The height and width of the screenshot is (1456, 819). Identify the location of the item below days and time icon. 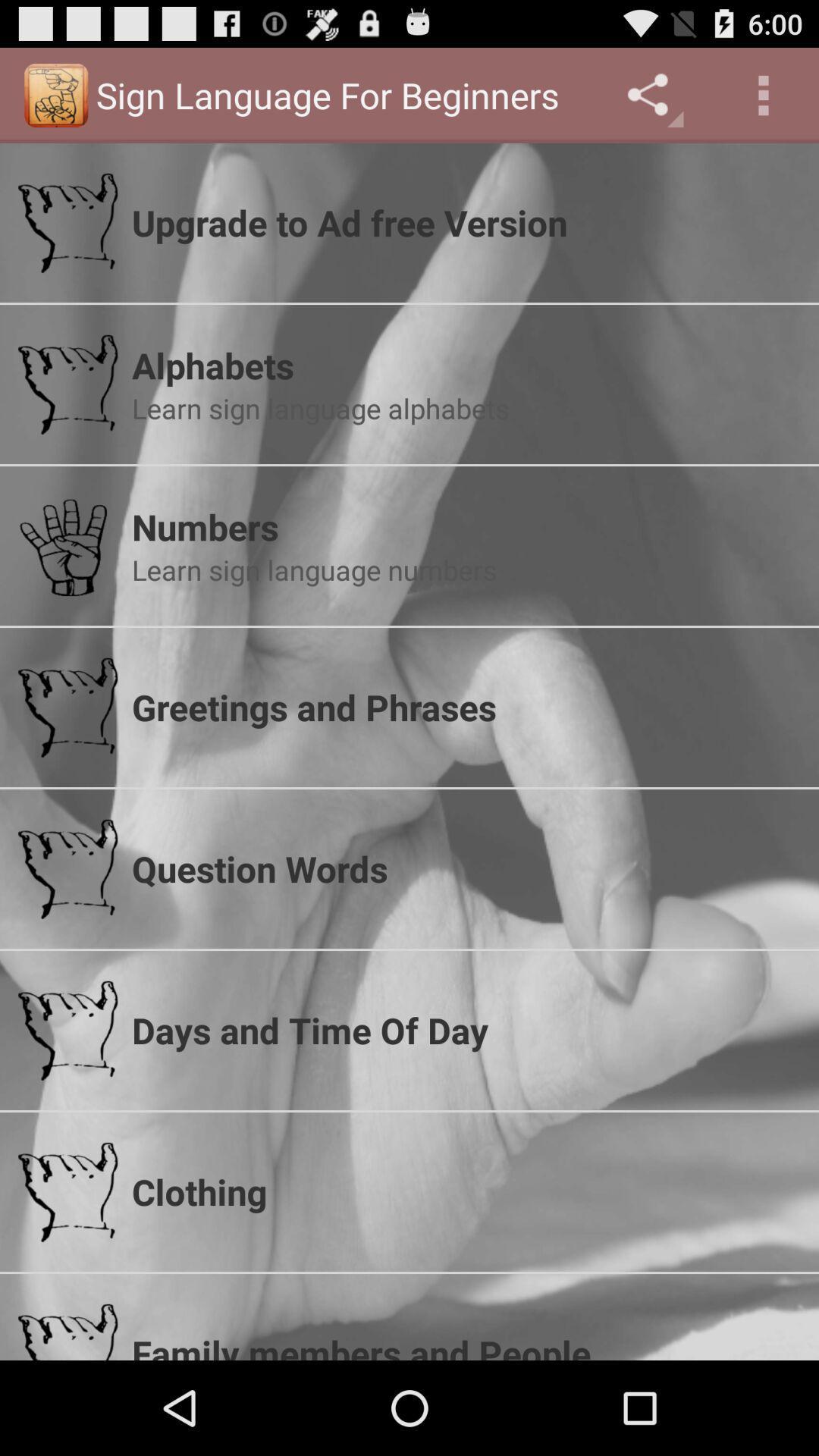
(465, 1191).